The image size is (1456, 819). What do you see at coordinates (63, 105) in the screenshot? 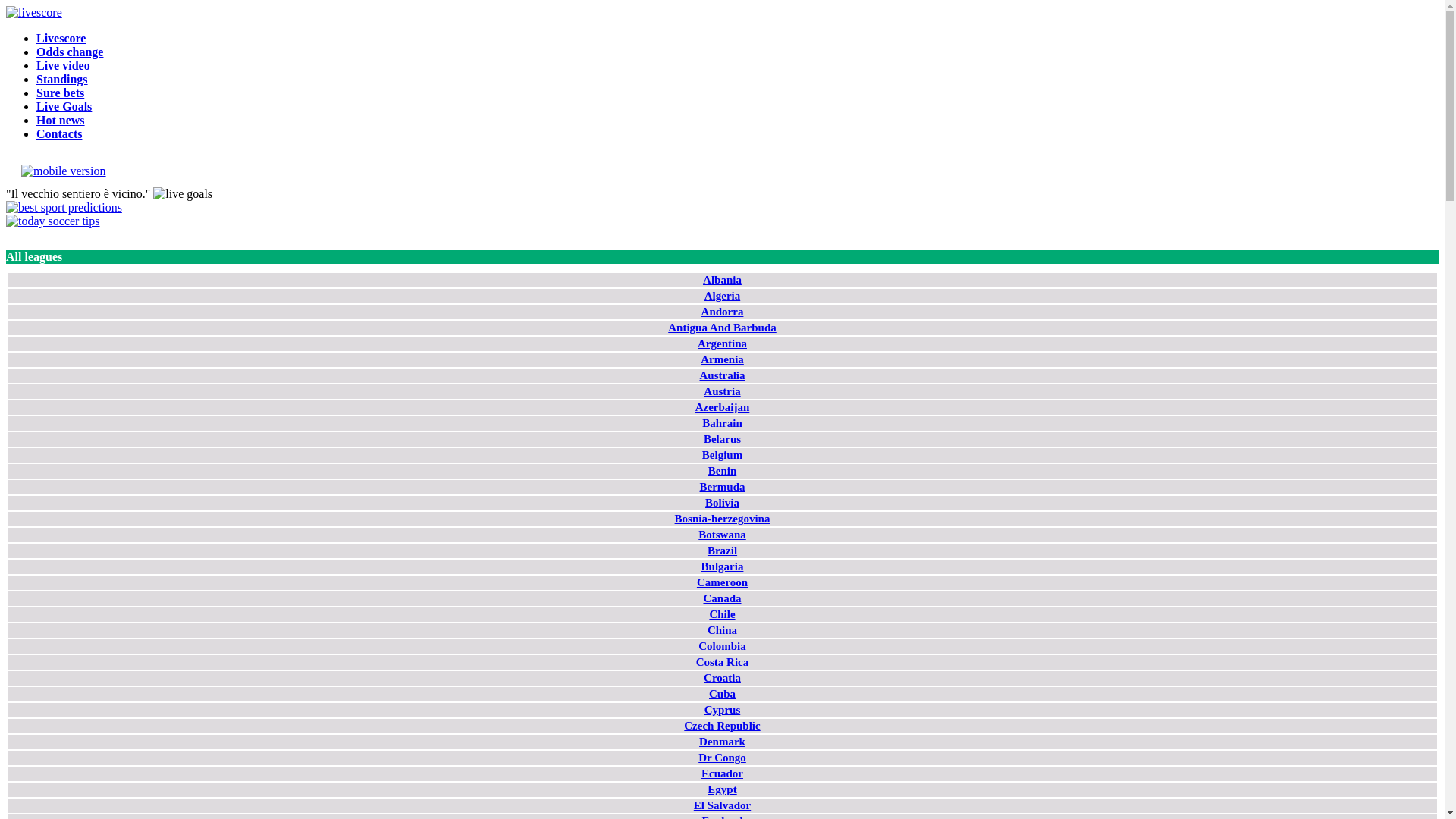
I see `'Live Goals'` at bounding box center [63, 105].